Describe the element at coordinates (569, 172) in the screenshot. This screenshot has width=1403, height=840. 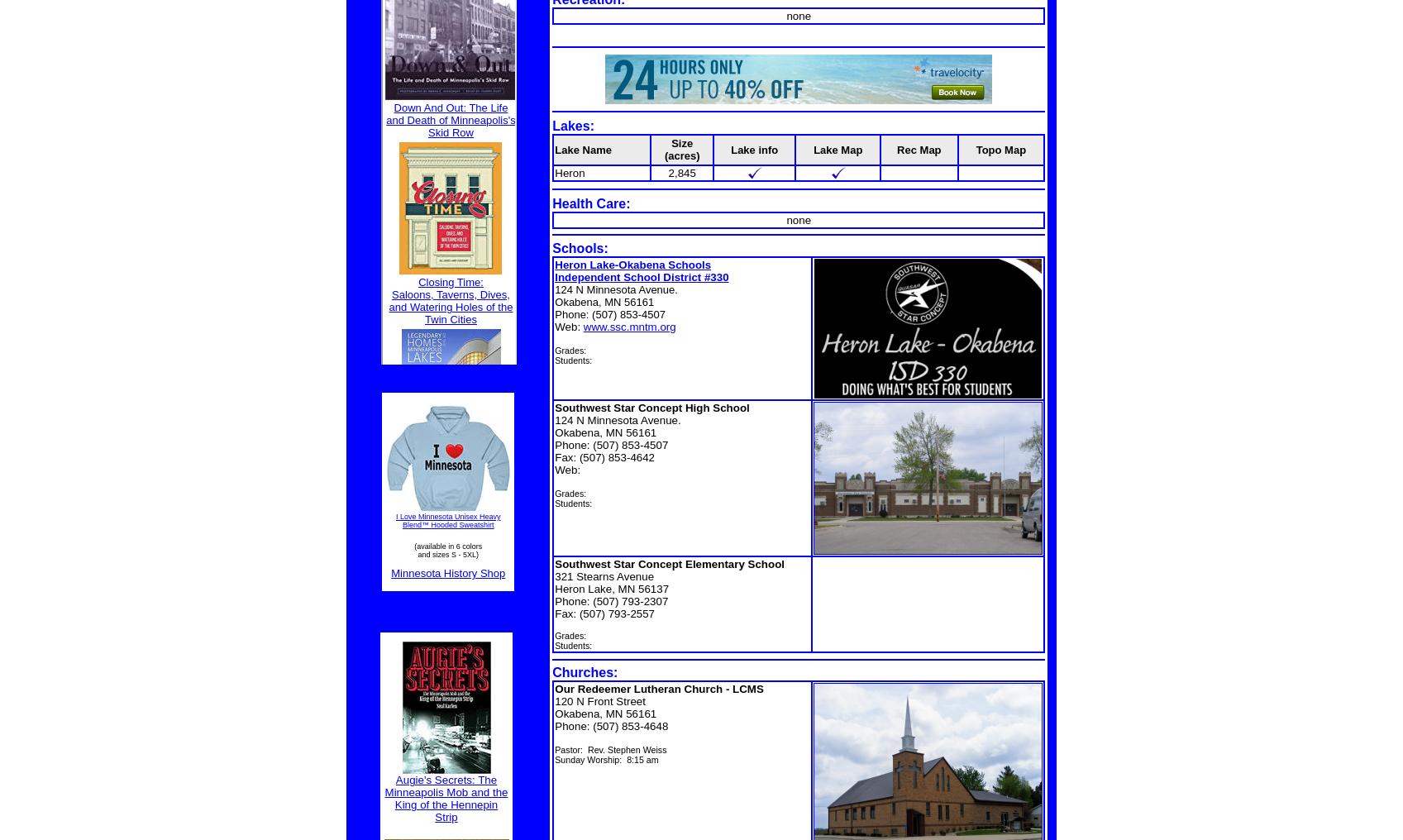
I see `'Heron'` at that location.